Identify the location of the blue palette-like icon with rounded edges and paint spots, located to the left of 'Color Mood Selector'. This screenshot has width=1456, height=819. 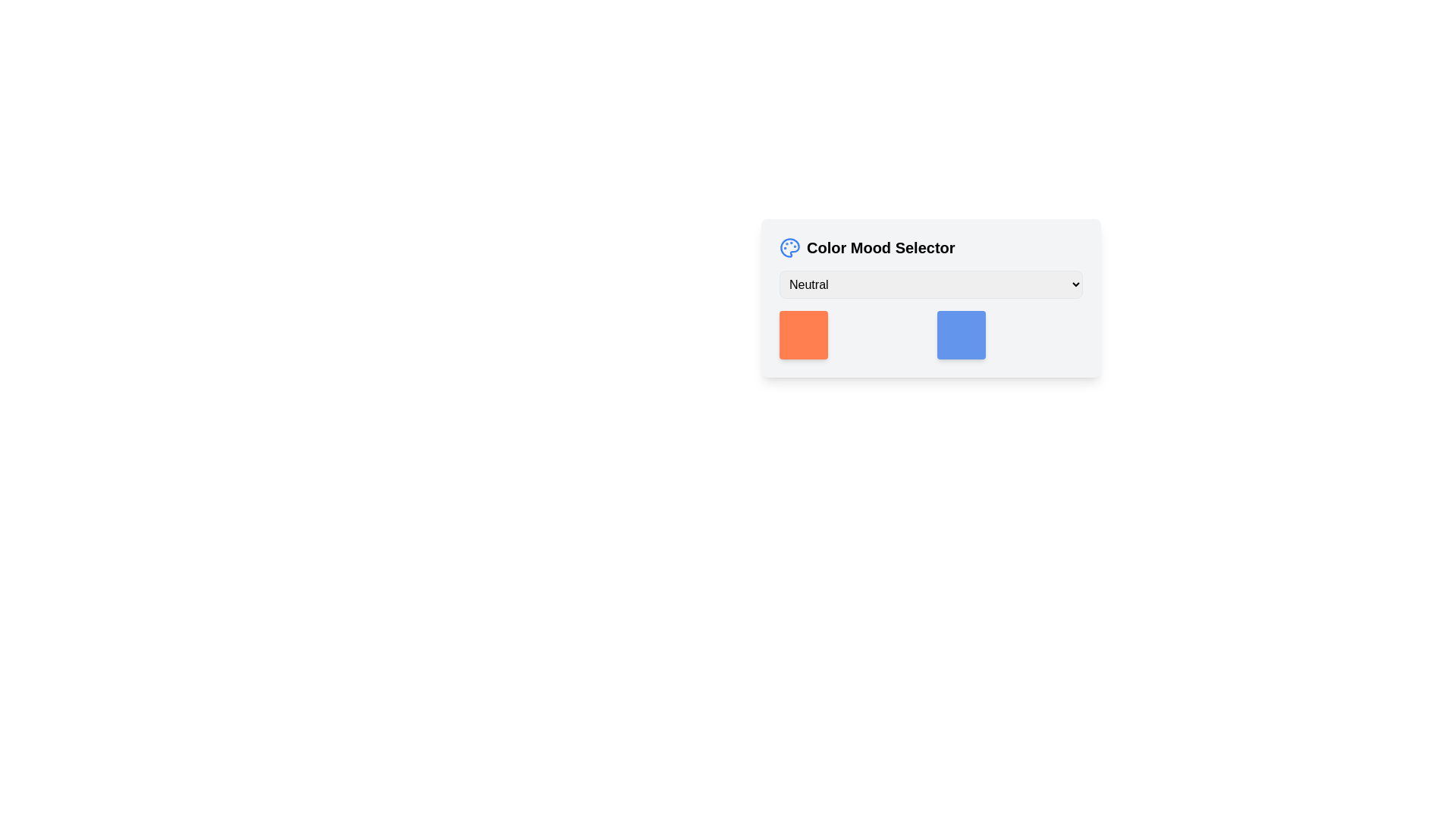
(789, 247).